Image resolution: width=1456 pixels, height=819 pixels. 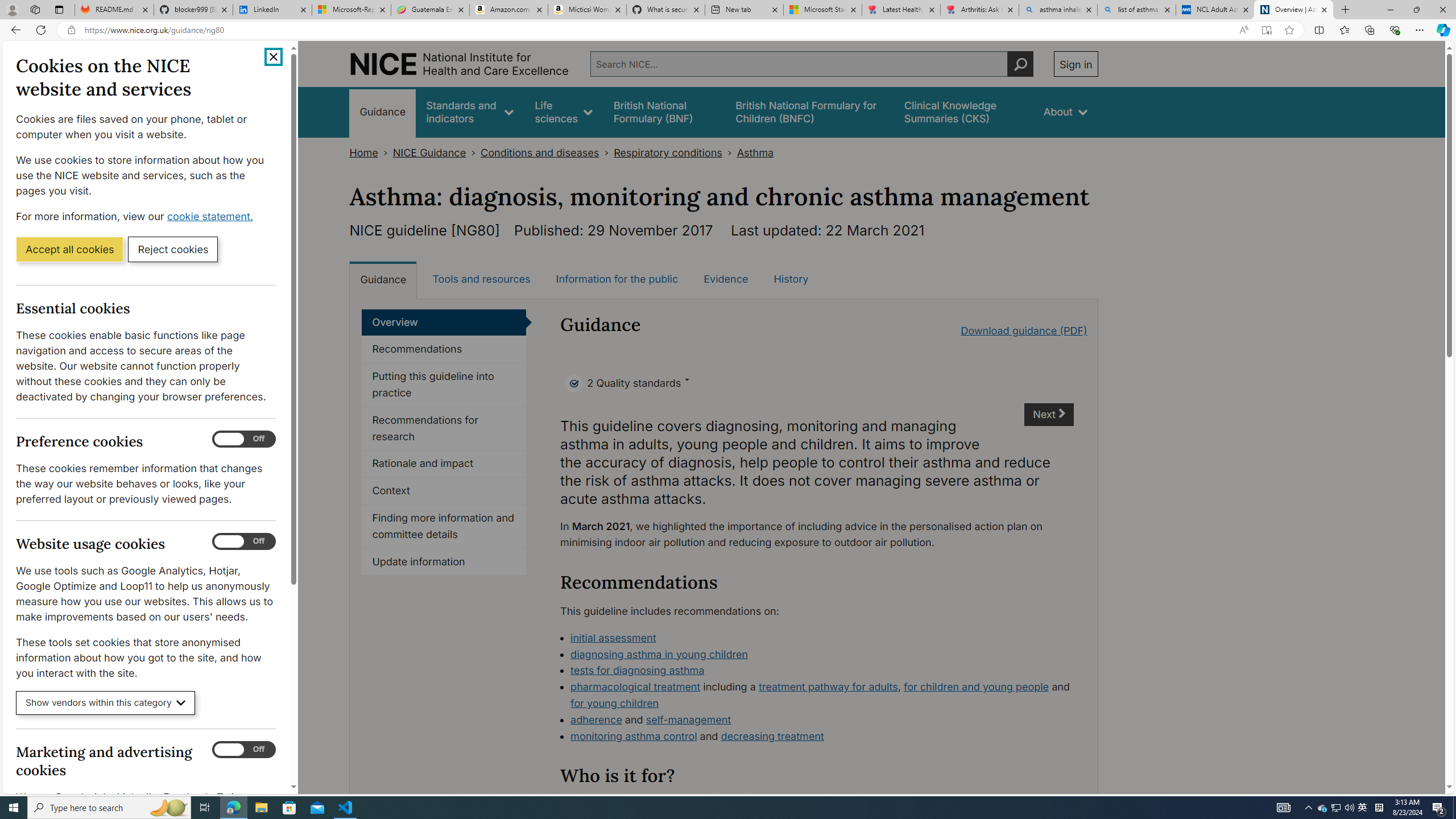 What do you see at coordinates (725, 279) in the screenshot?
I see `'Evidence'` at bounding box center [725, 279].